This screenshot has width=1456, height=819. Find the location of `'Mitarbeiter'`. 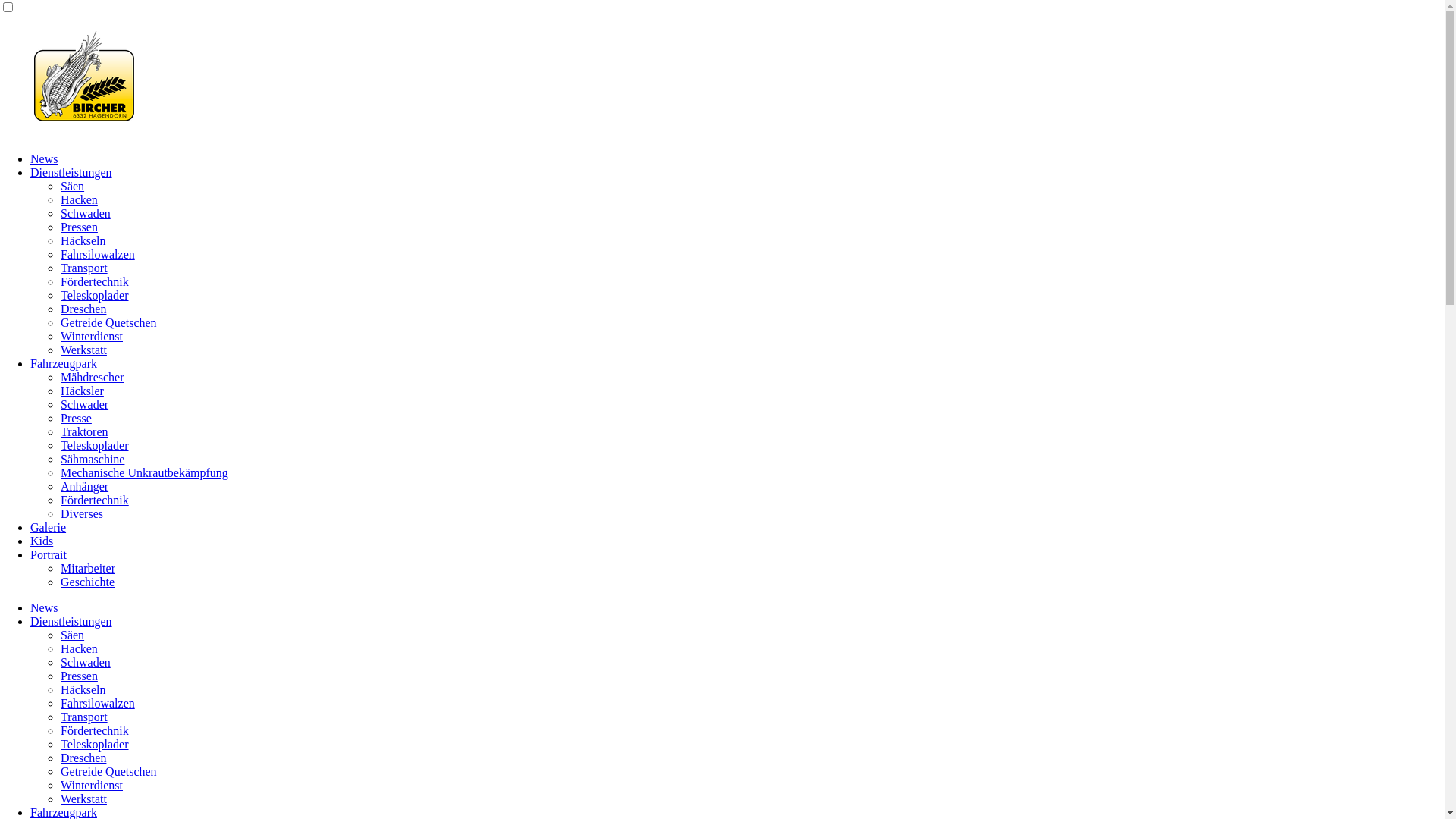

'Mitarbeiter' is located at coordinates (61, 568).